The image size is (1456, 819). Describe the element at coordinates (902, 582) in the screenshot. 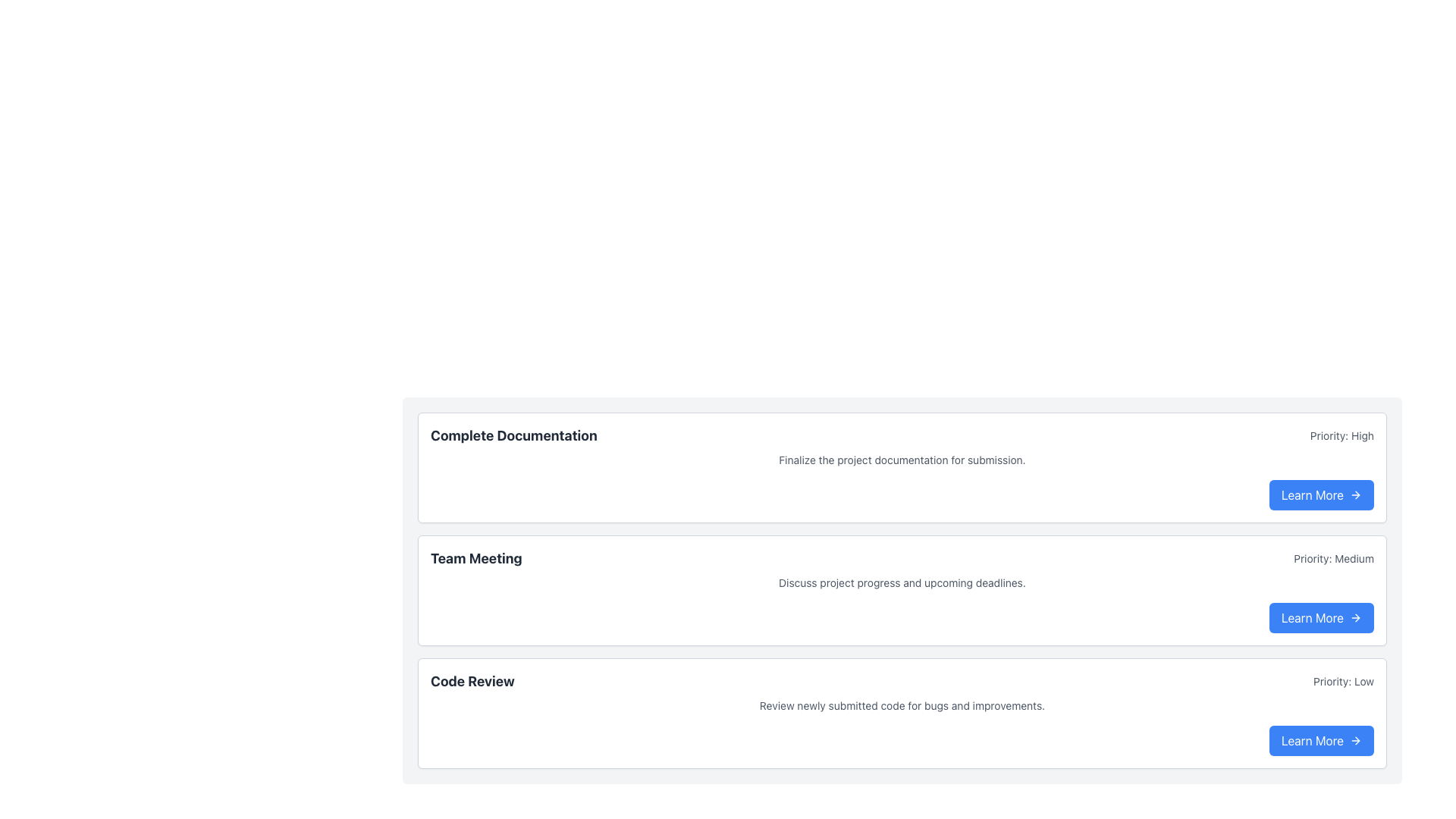

I see `the static text label providing details about the 'Team Meeting' item, which serves as a description or subheading and is located centrally beneath the main title` at that location.